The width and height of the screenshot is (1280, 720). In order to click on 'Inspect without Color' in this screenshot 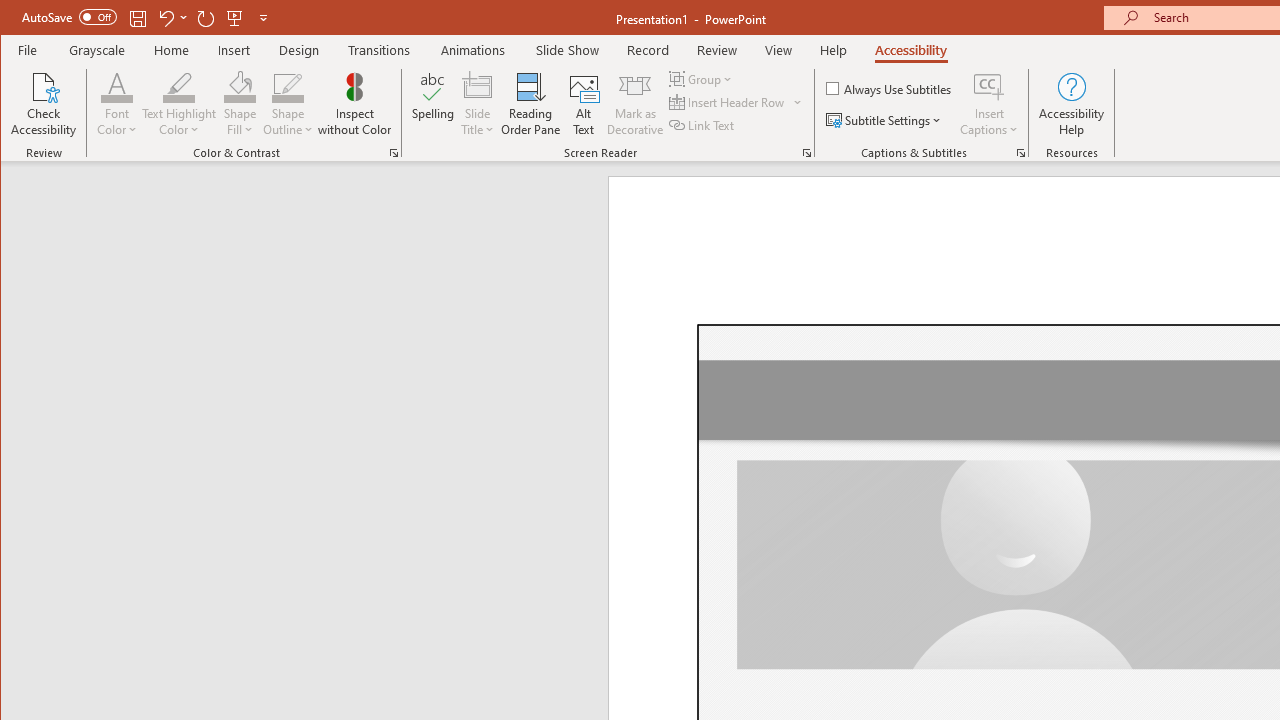, I will do `click(355, 104)`.